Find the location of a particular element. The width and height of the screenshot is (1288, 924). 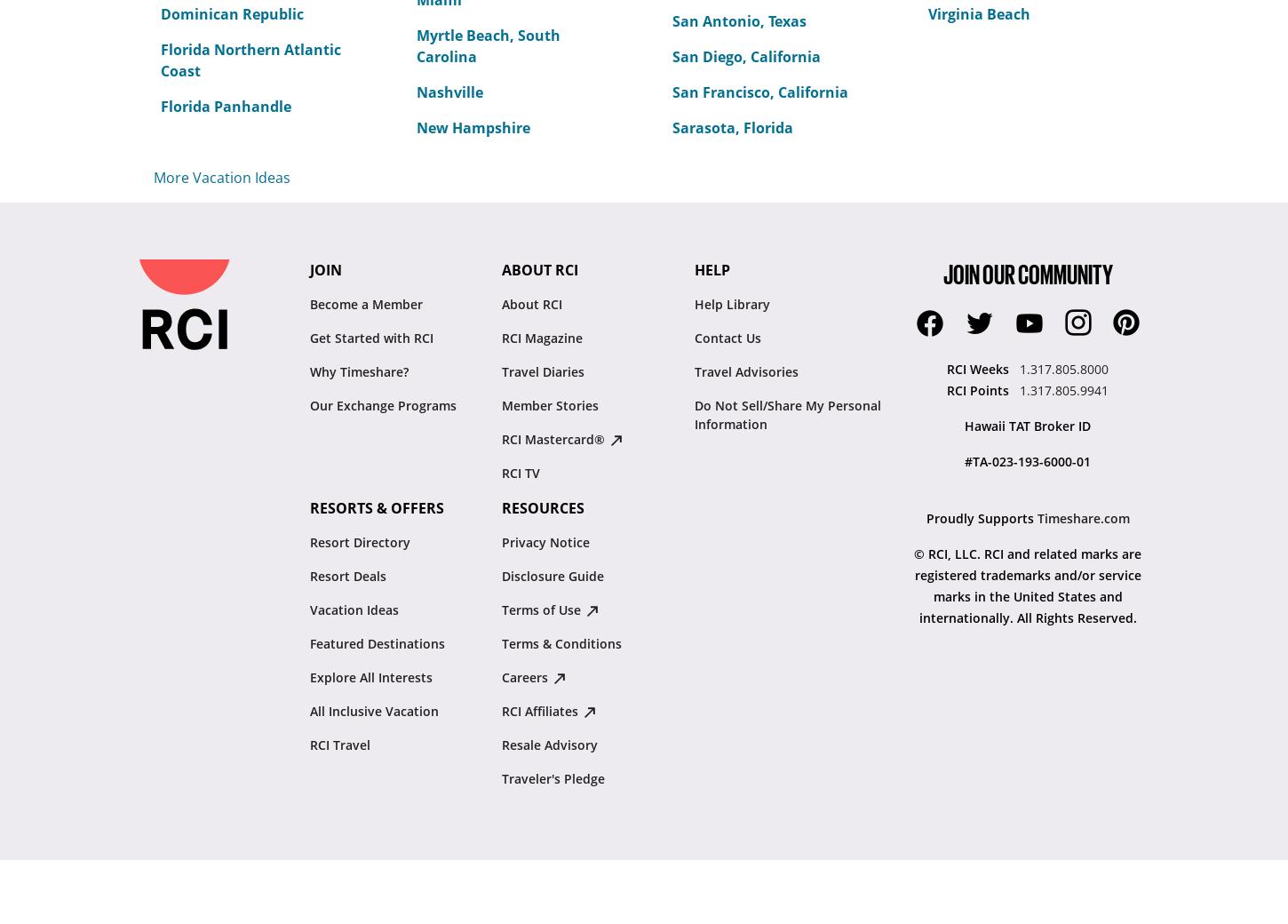

'Vacation Ideas' is located at coordinates (354, 609).